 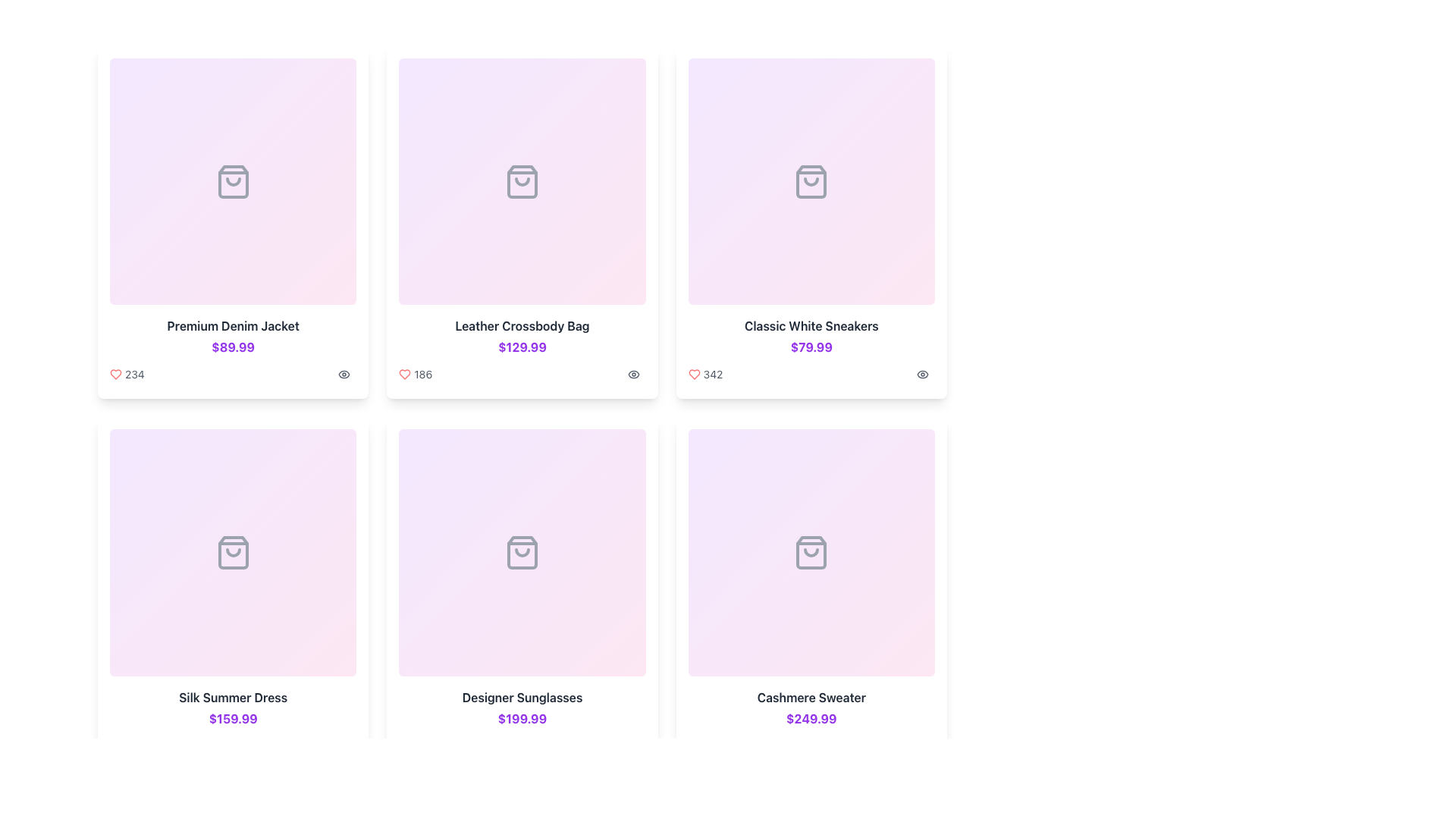 I want to click on the numeric counter displaying '275' located in the lower-left corner of the 'Silk Summer Dress' card, adjacent to the heart icon, so click(x=127, y=745).